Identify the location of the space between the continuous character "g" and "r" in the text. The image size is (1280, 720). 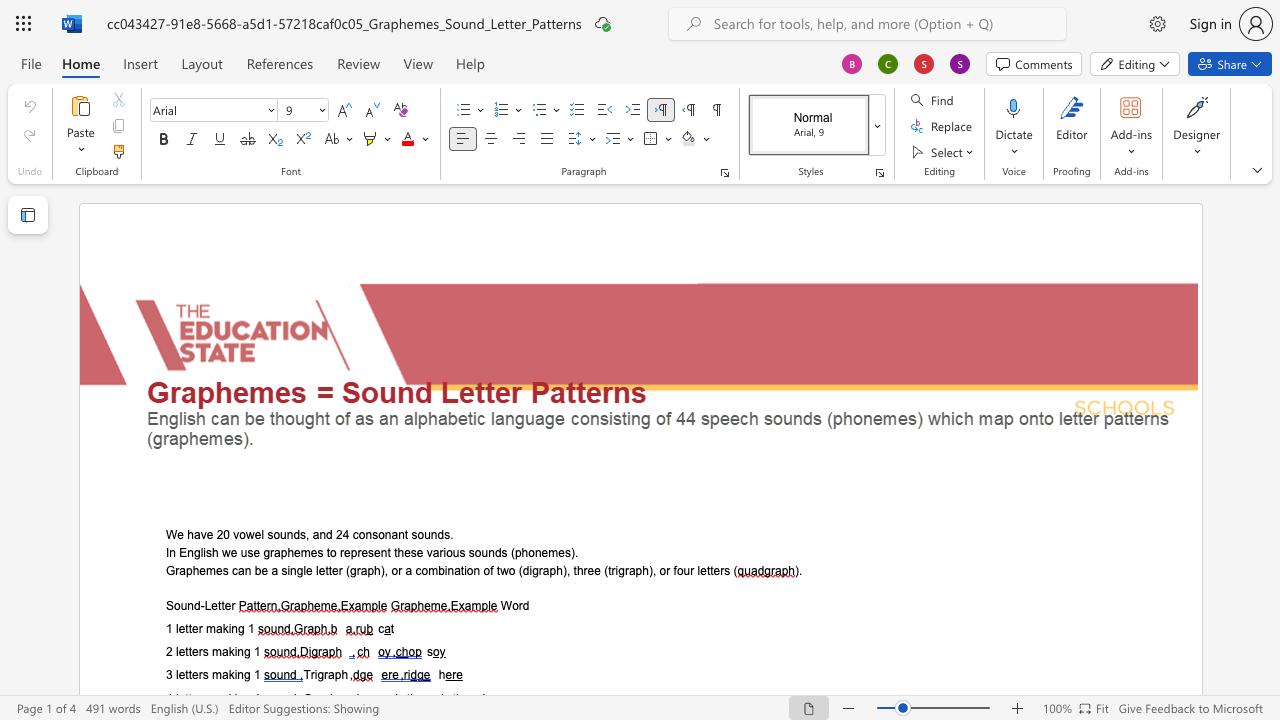
(323, 675).